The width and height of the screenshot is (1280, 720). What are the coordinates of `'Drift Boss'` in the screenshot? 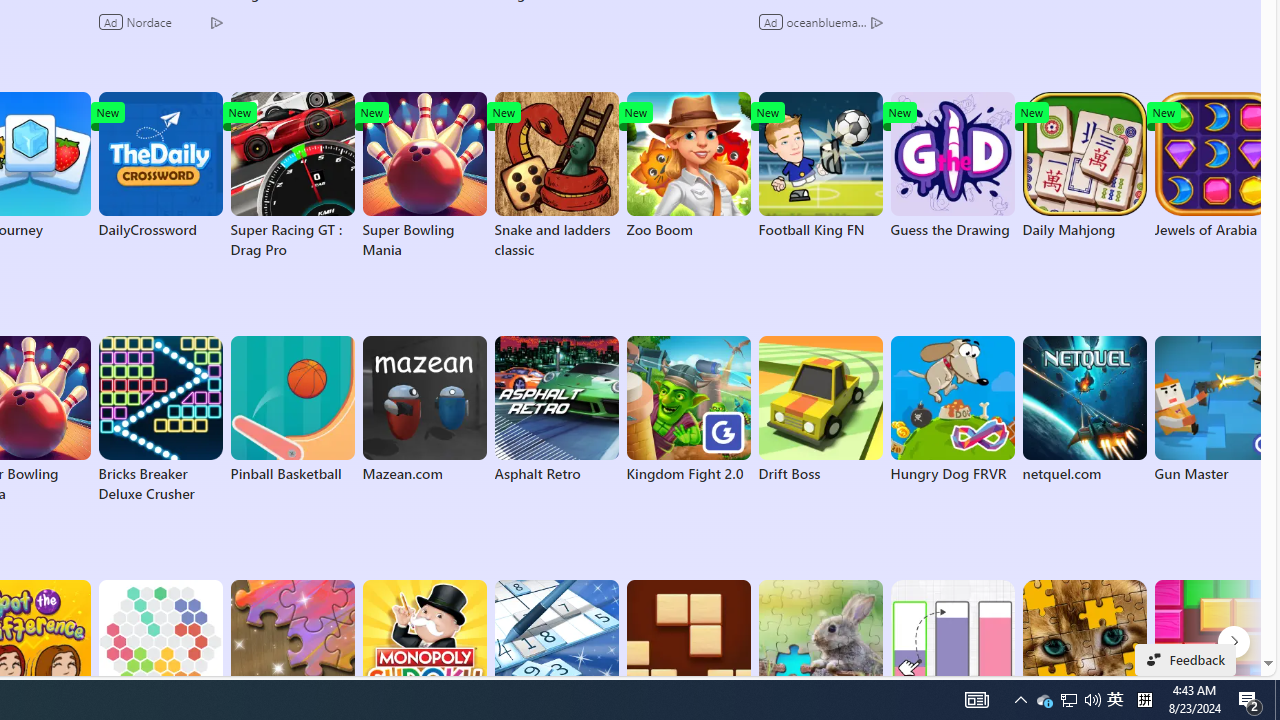 It's located at (820, 409).